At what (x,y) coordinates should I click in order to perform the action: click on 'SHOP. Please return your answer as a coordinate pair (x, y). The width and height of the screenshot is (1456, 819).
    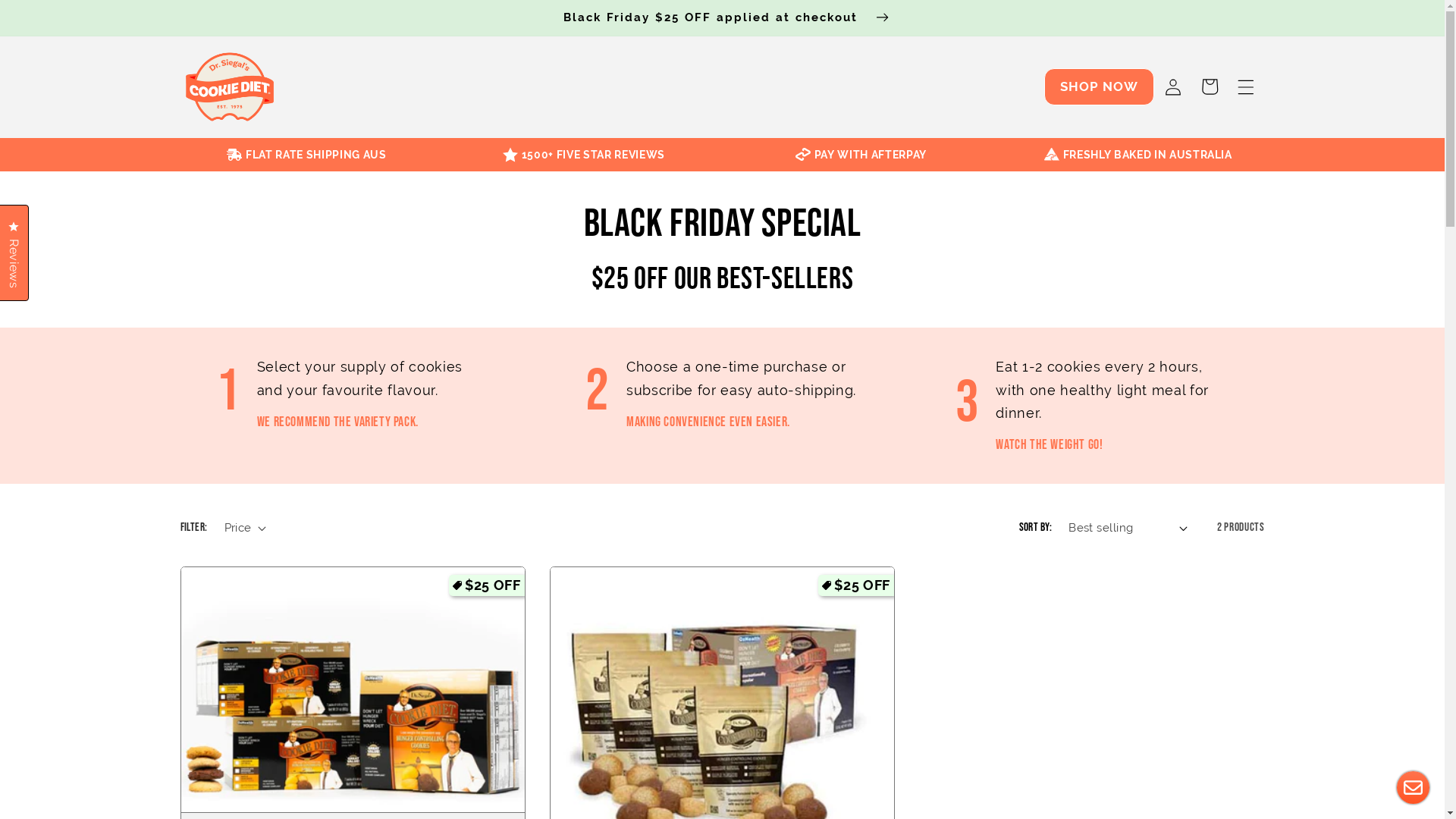
    Looking at the image, I should click on (1043, 86).